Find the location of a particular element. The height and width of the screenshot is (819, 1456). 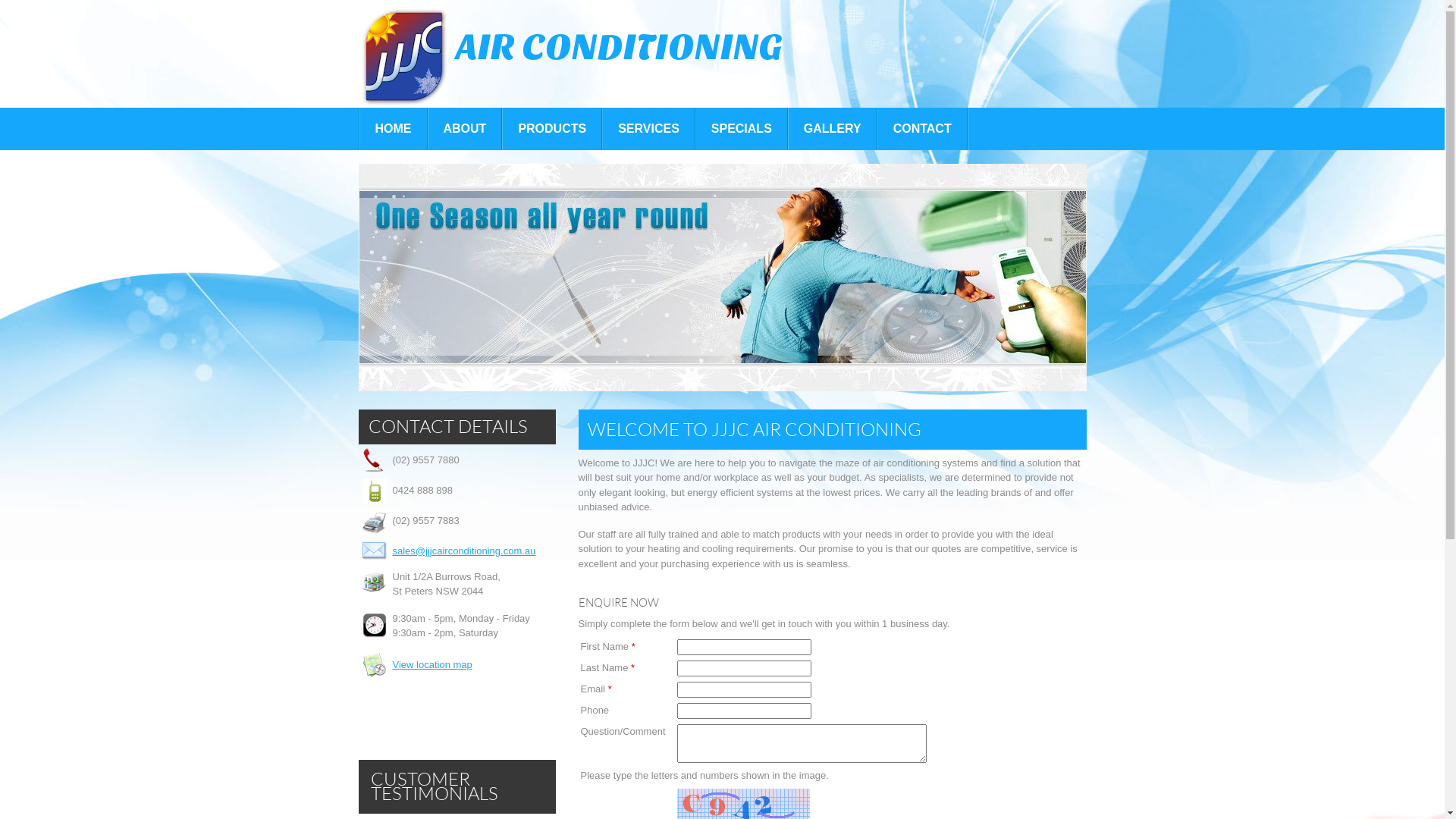

'SERVICES' is located at coordinates (648, 127).